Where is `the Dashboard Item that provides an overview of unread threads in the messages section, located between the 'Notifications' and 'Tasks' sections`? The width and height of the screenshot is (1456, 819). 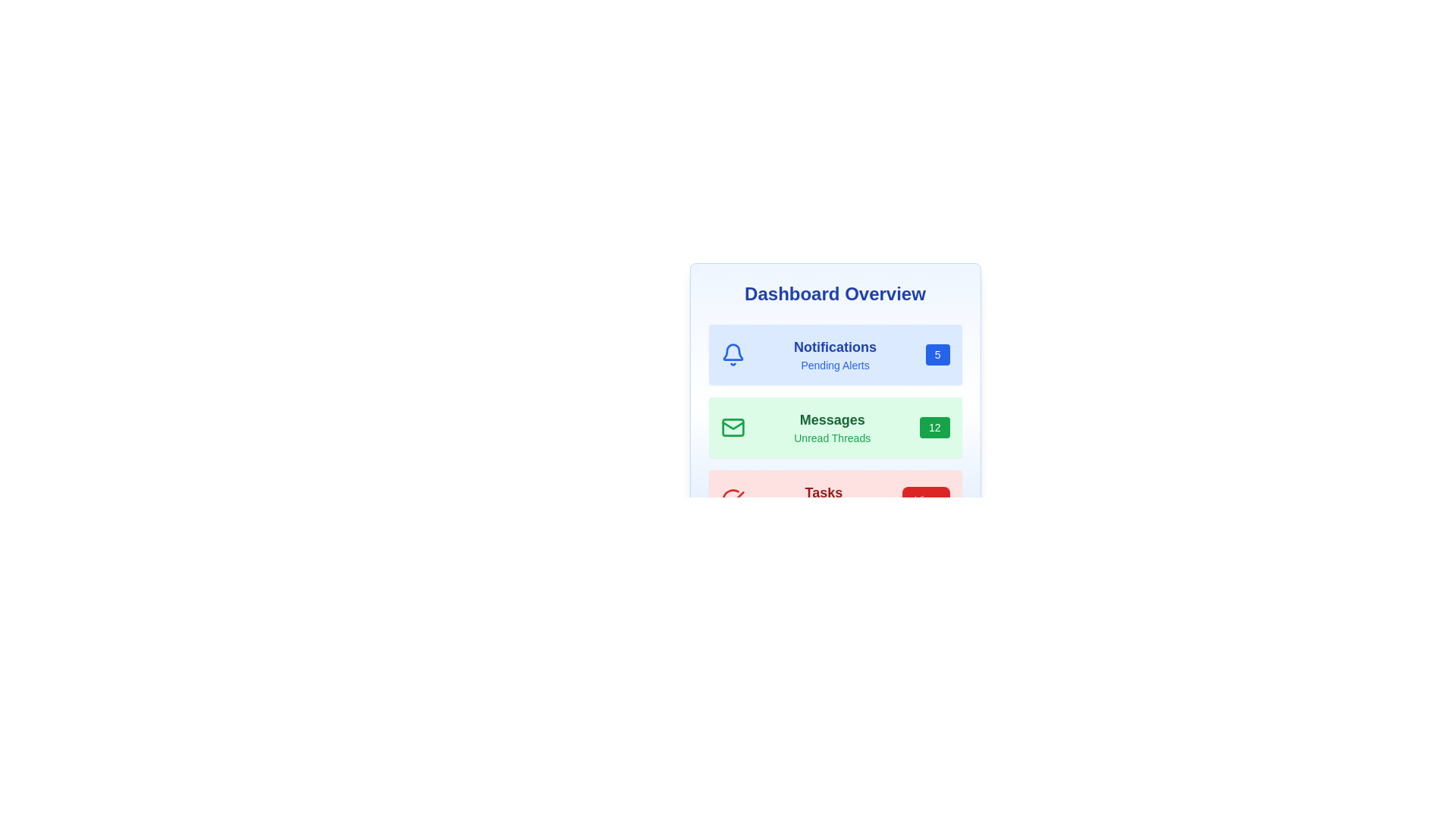
the Dashboard Item that provides an overview of unread threads in the messages section, located between the 'Notifications' and 'Tasks' sections is located at coordinates (834, 427).